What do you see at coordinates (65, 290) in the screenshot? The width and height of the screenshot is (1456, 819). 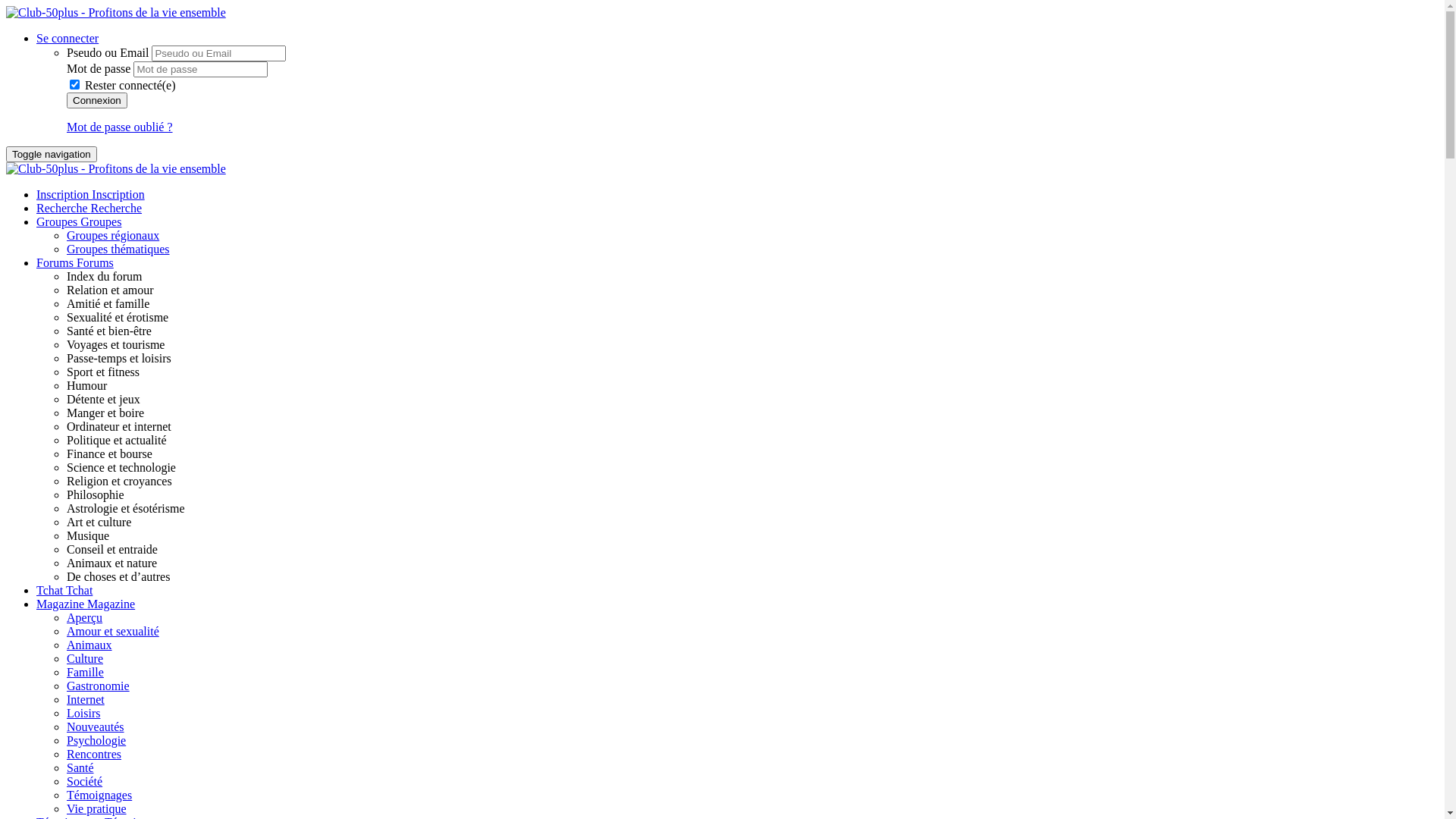 I see `'Relation et amour'` at bounding box center [65, 290].